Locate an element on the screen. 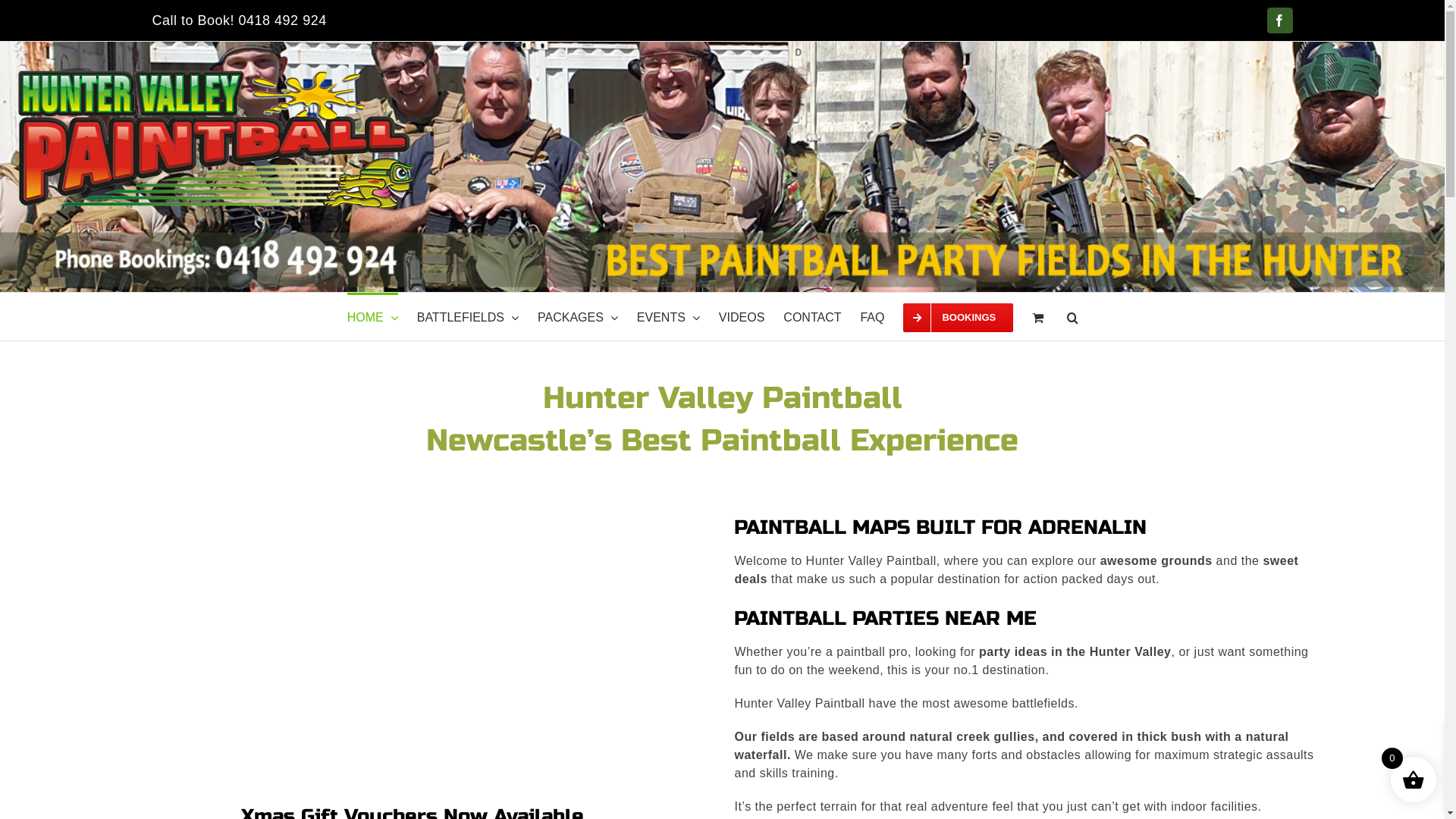  'BOOKINGS' is located at coordinates (957, 315).